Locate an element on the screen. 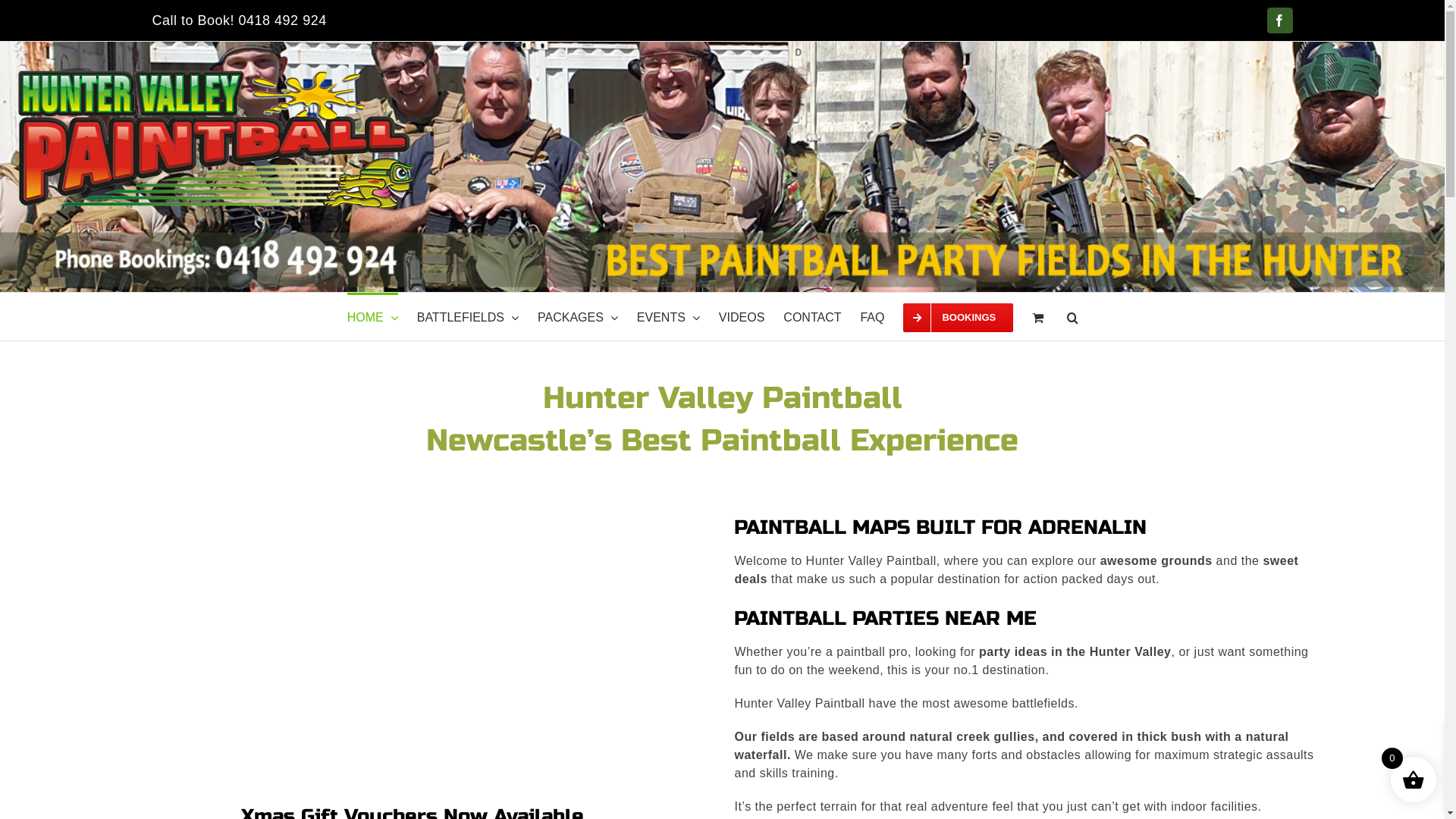  'BOOKINGS' is located at coordinates (957, 315).